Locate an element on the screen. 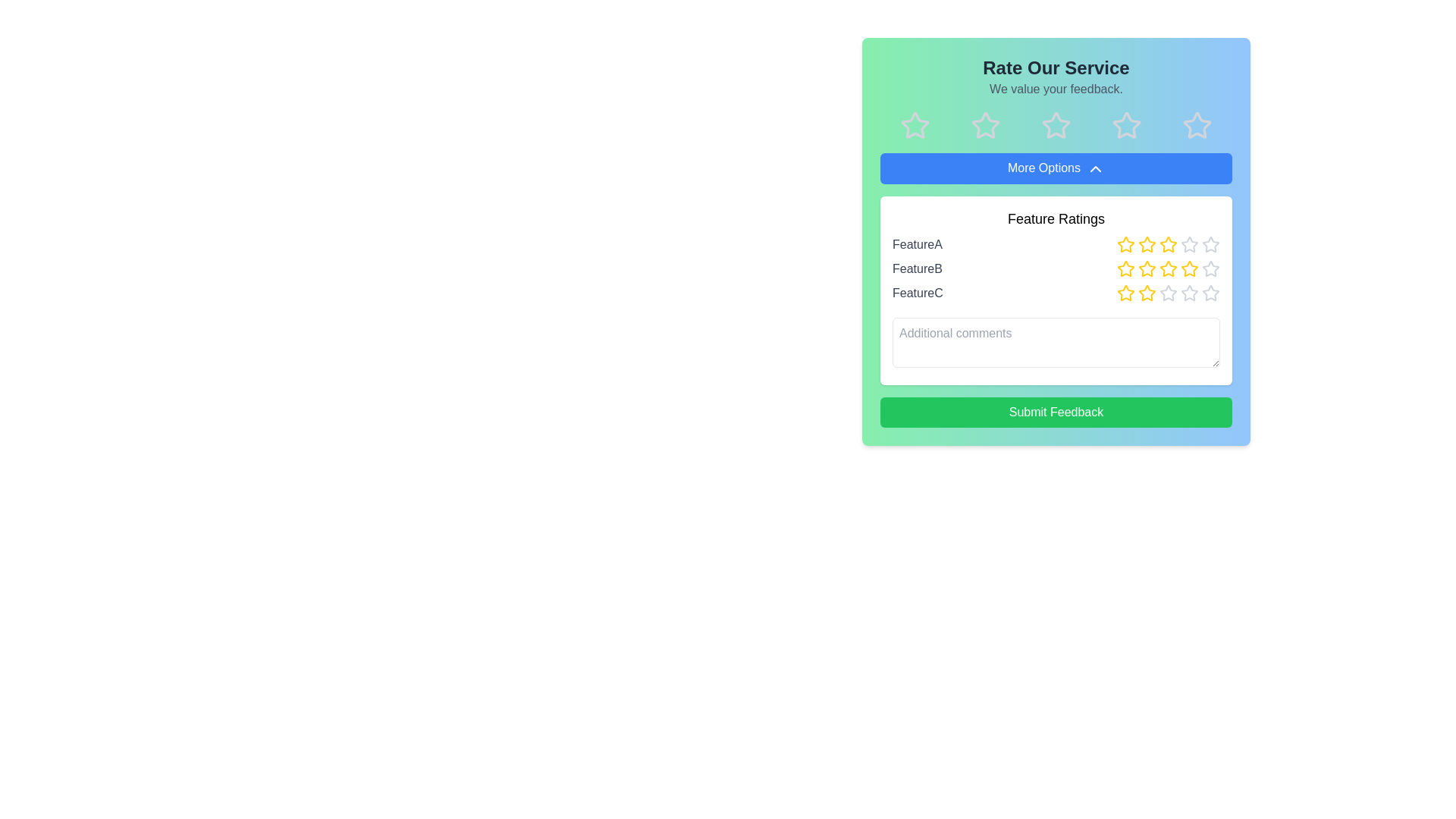 The height and width of the screenshot is (819, 1456). the second star icon in the rating system for 'FeatureA' is located at coordinates (1125, 243).